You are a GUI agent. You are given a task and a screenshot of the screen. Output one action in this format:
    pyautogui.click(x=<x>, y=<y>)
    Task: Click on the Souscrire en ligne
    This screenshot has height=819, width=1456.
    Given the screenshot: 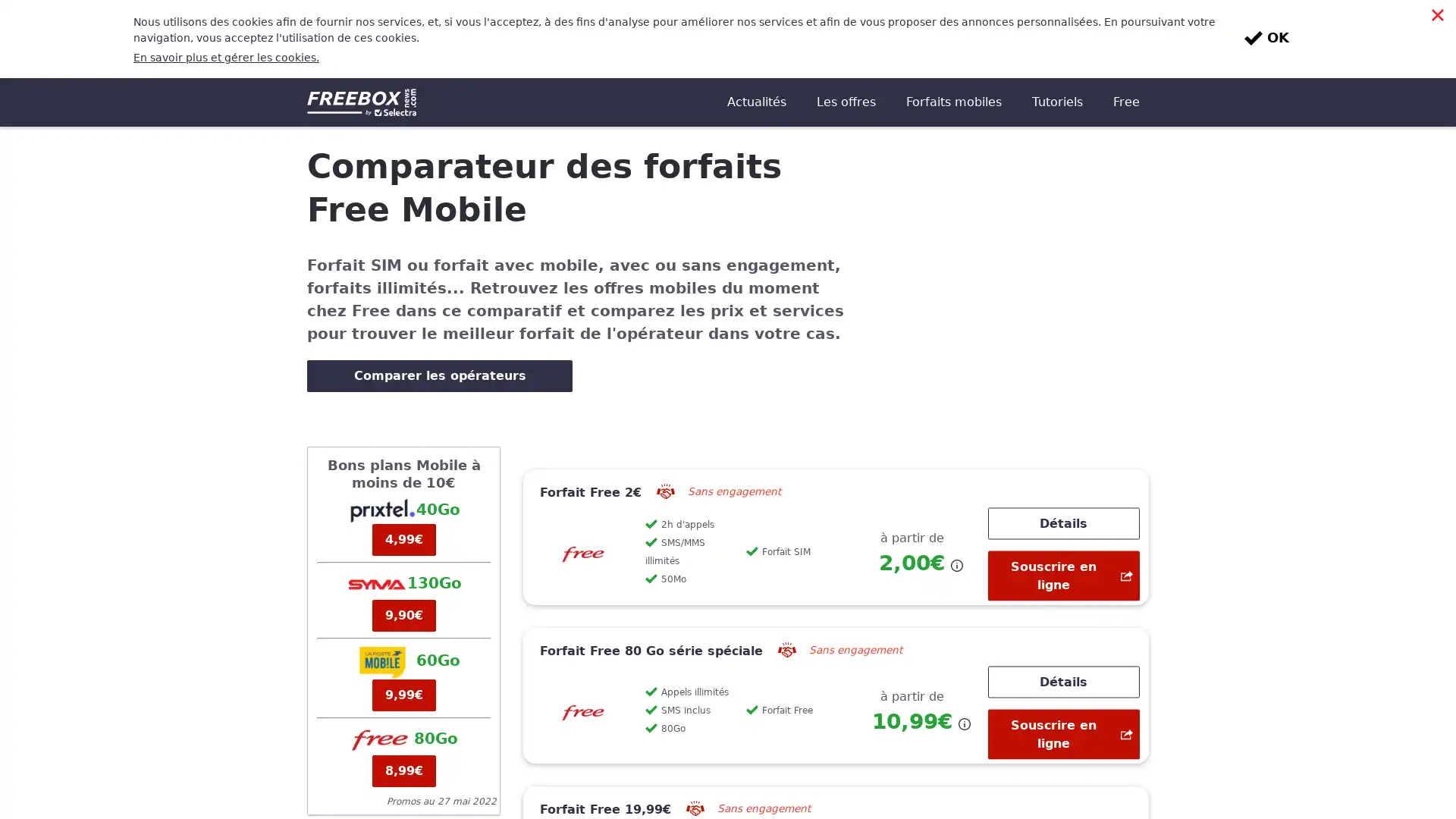 What is the action you would take?
    pyautogui.click(x=1062, y=497)
    